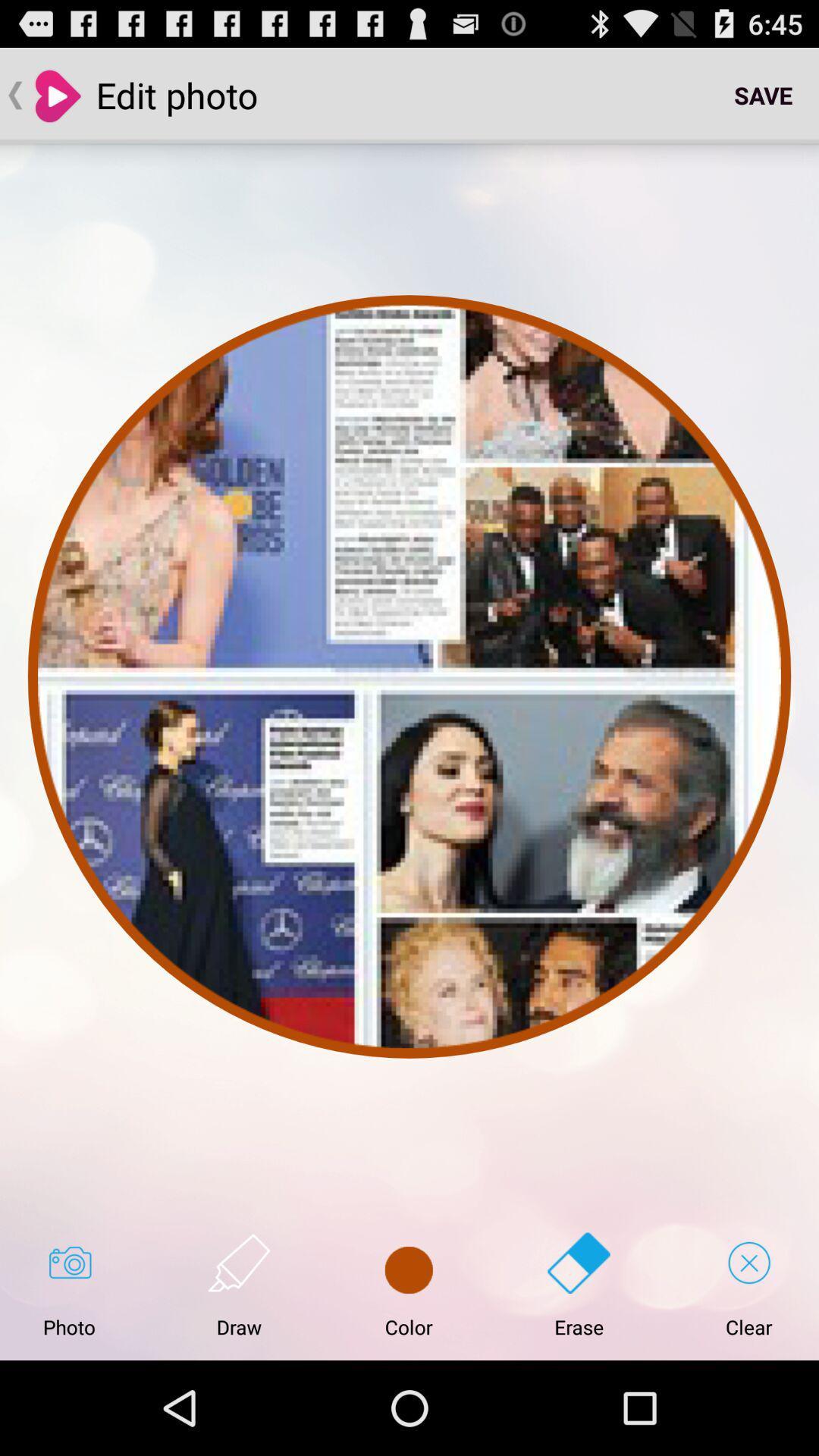 The image size is (819, 1456). I want to click on draw button, so click(239, 1285).